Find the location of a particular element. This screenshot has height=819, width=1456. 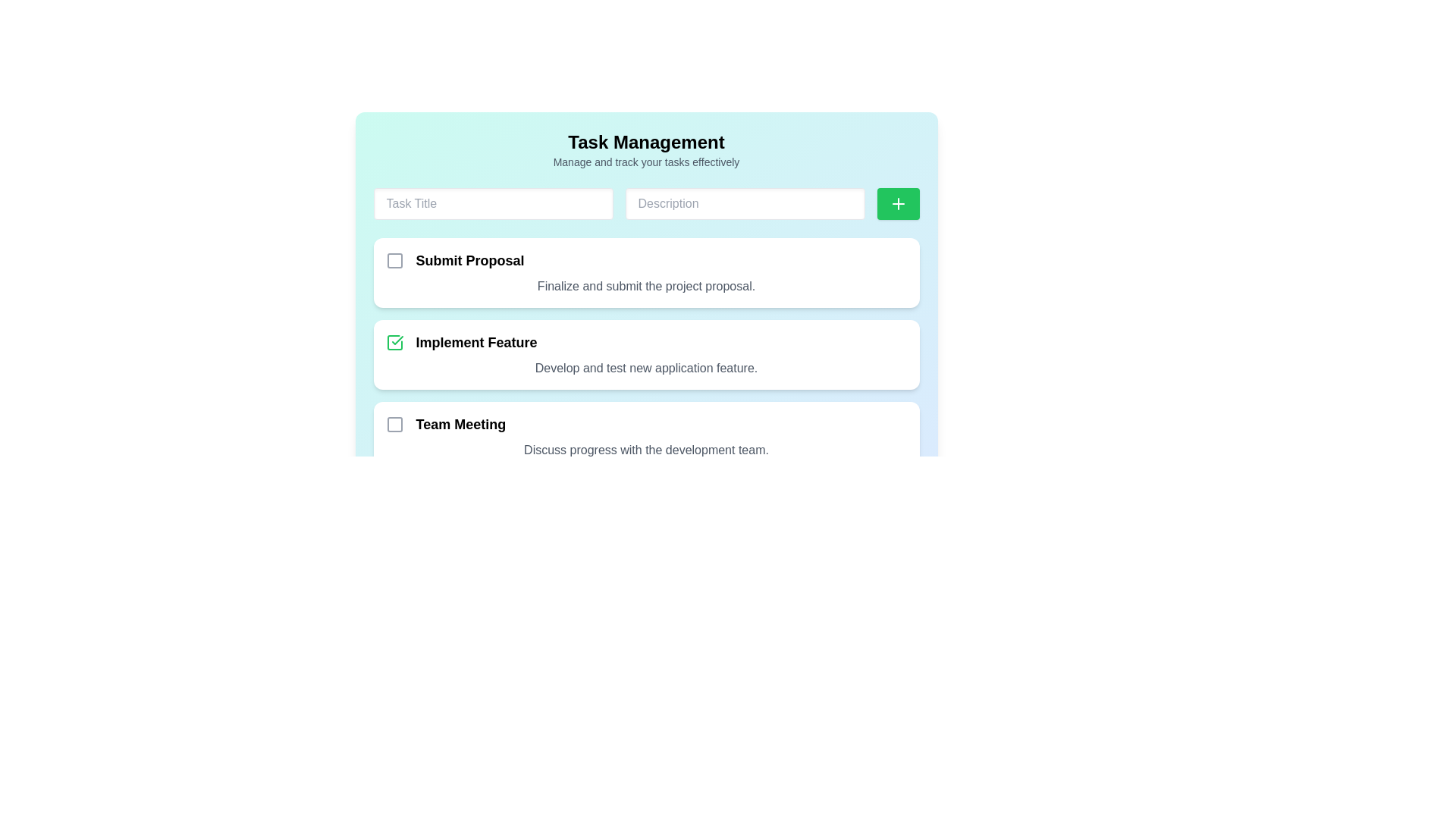

the checkbox located to the left of the text 'Submit Proposal' is located at coordinates (394, 259).